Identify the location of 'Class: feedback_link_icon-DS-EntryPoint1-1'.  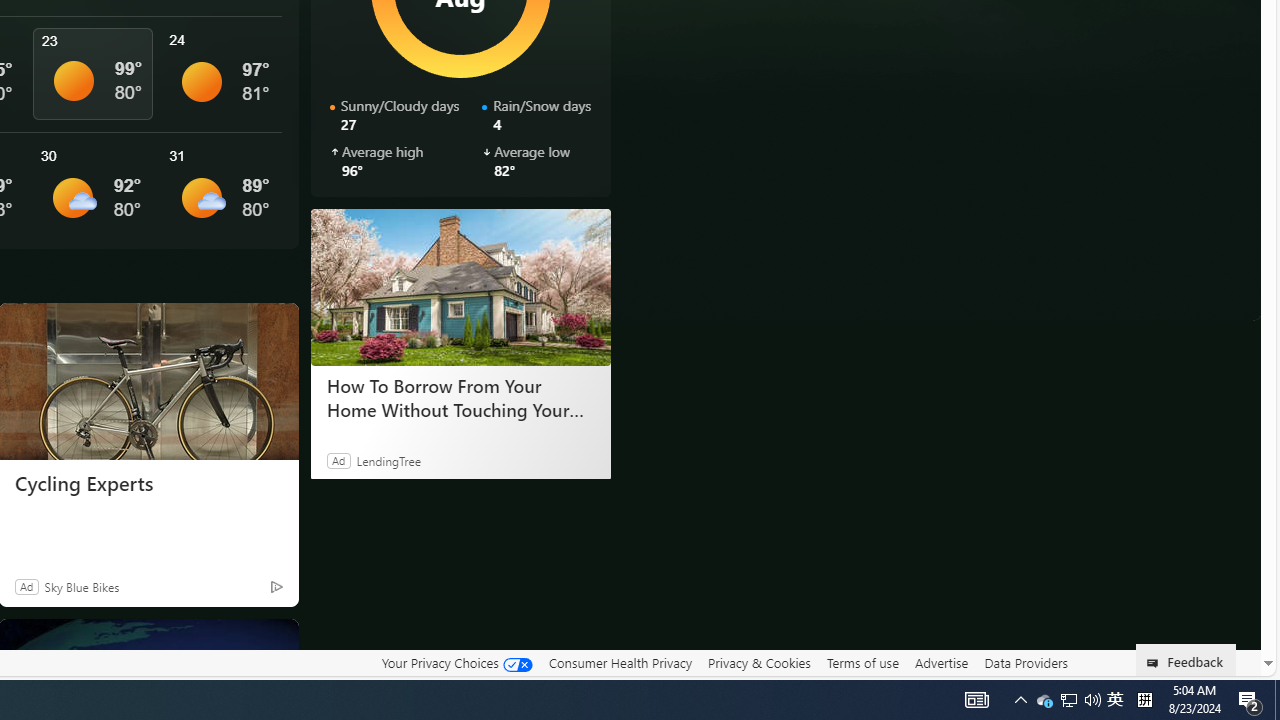
(1156, 663).